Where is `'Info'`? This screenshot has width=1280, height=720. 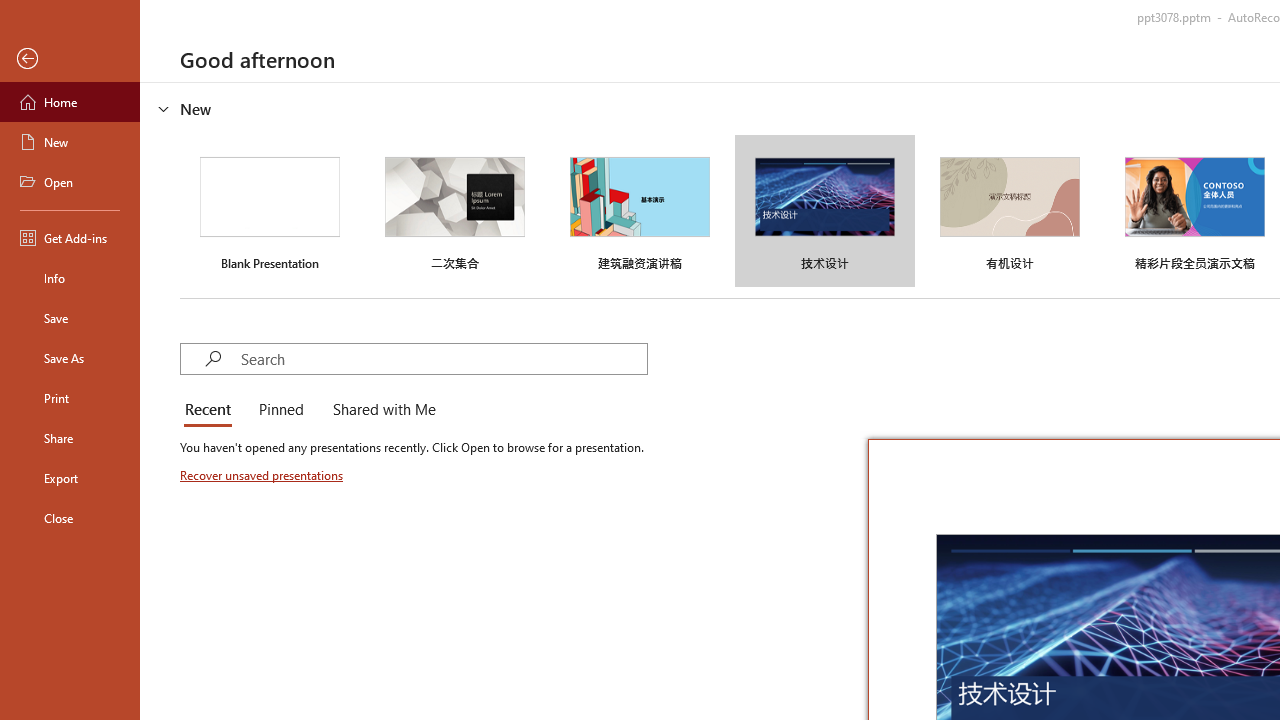
'Info' is located at coordinates (69, 277).